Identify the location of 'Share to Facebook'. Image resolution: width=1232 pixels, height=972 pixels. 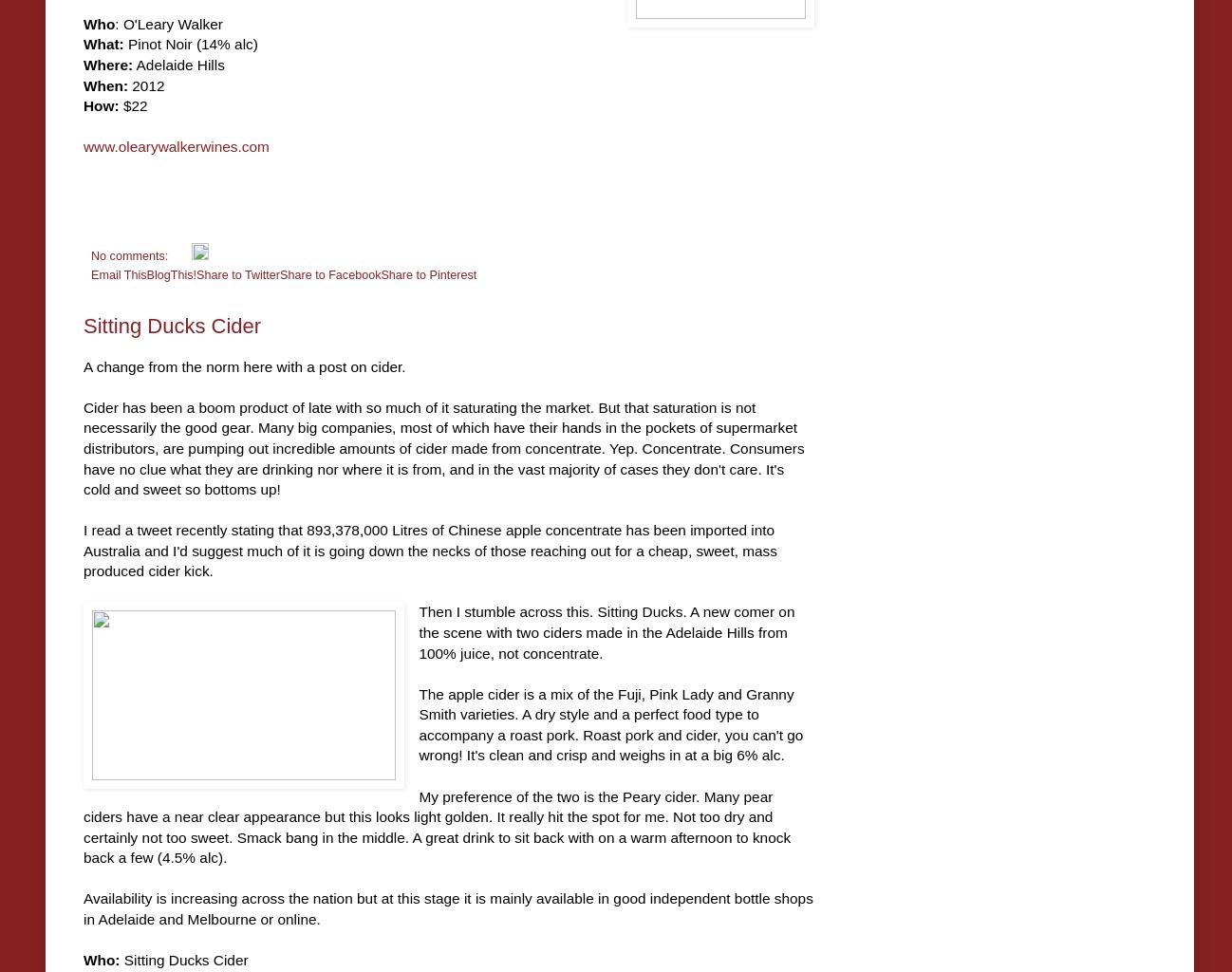
(329, 273).